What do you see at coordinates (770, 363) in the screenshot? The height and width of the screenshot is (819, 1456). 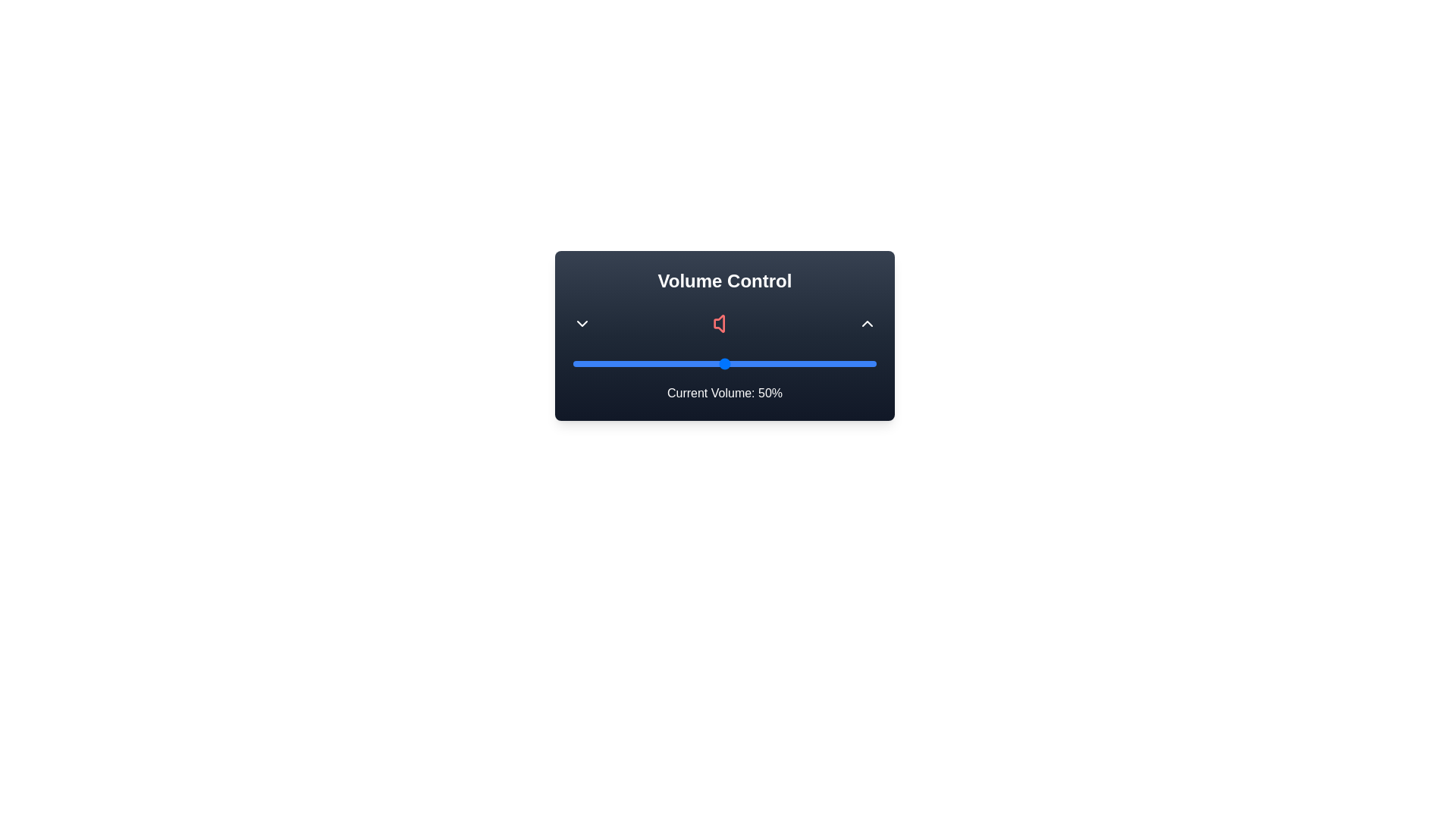 I see `the volume slider to 65%` at bounding box center [770, 363].